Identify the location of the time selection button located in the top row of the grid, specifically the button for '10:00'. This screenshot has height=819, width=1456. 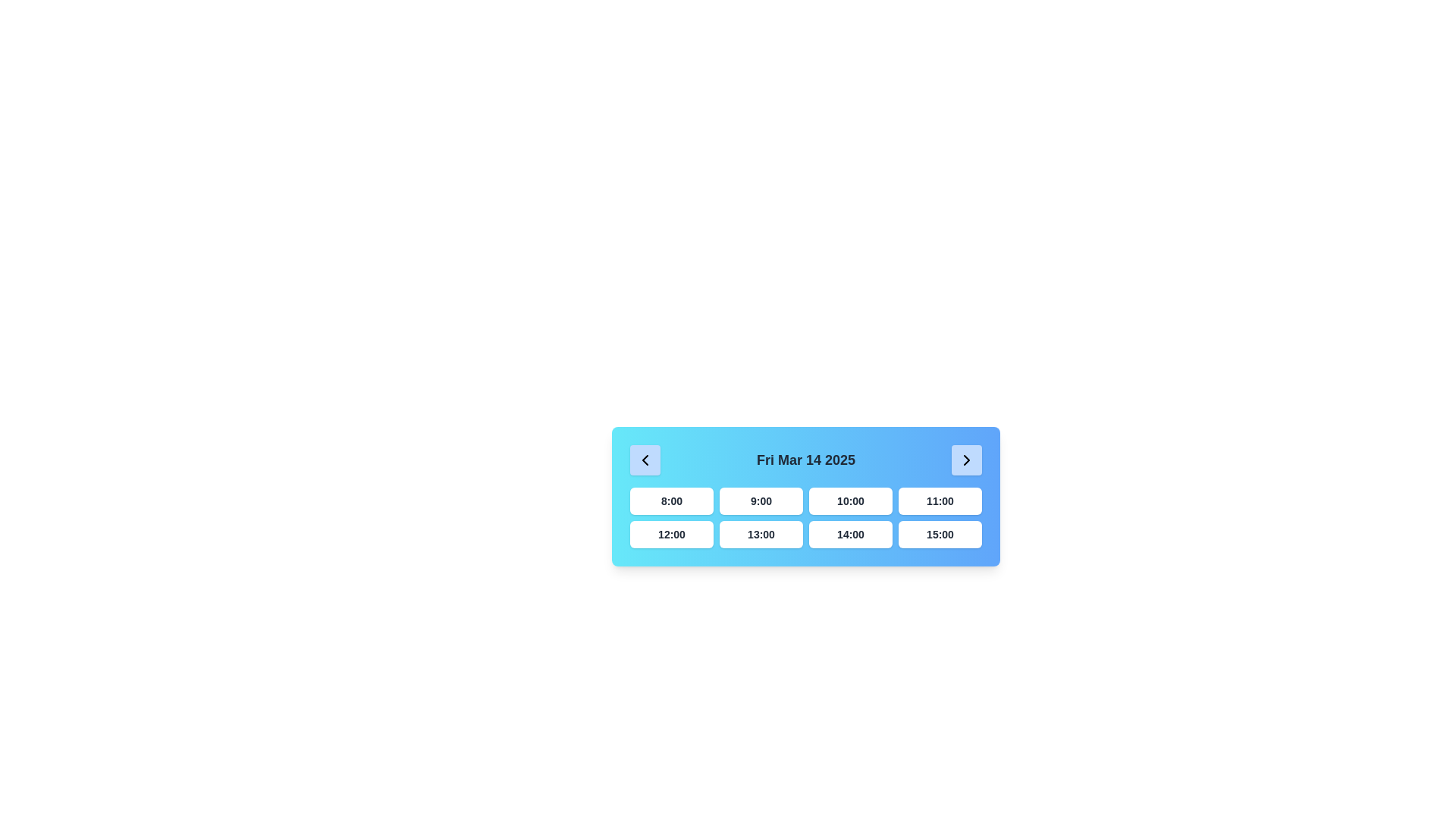
(851, 500).